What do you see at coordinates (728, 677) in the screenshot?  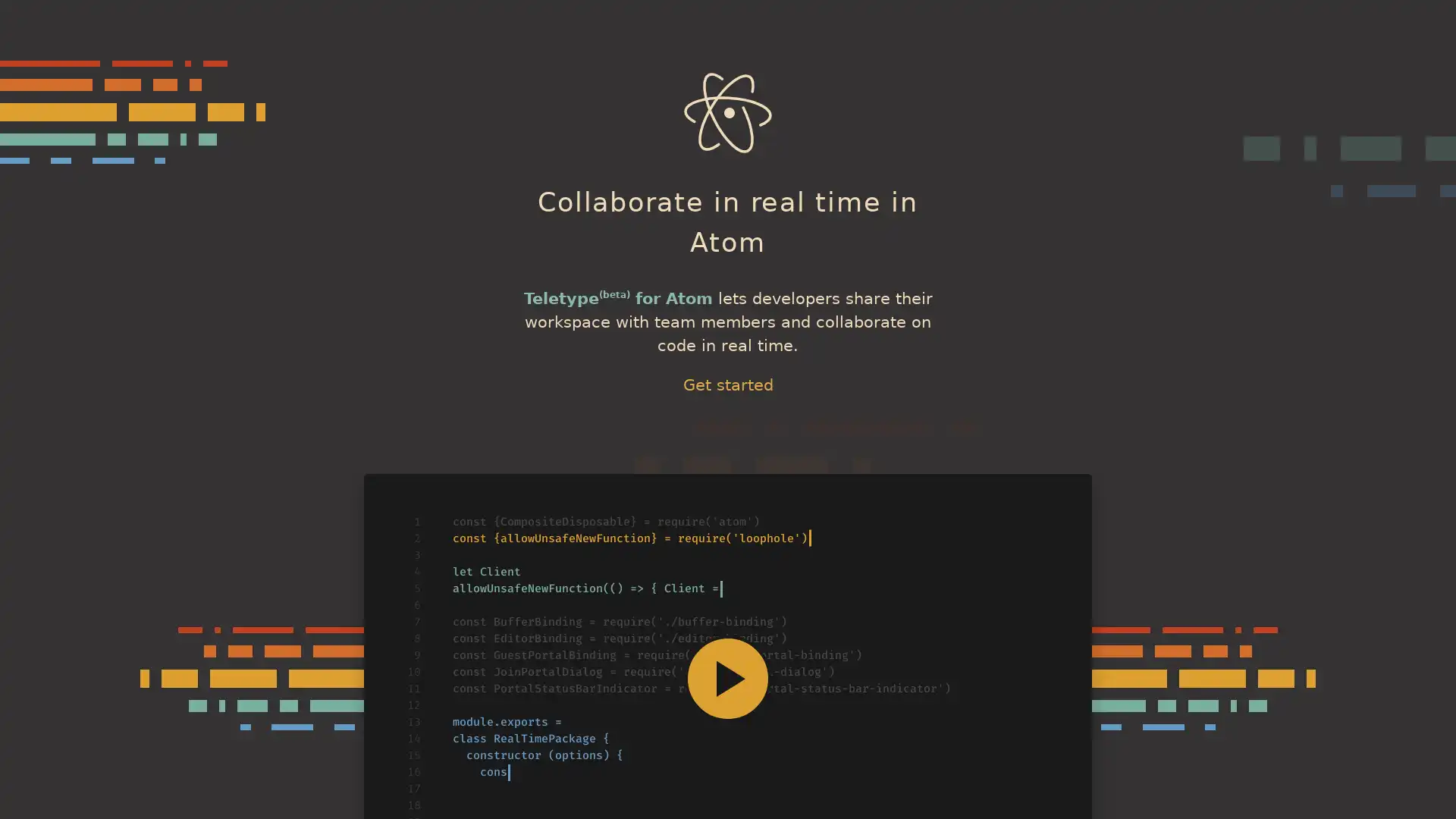 I see `Play video` at bounding box center [728, 677].